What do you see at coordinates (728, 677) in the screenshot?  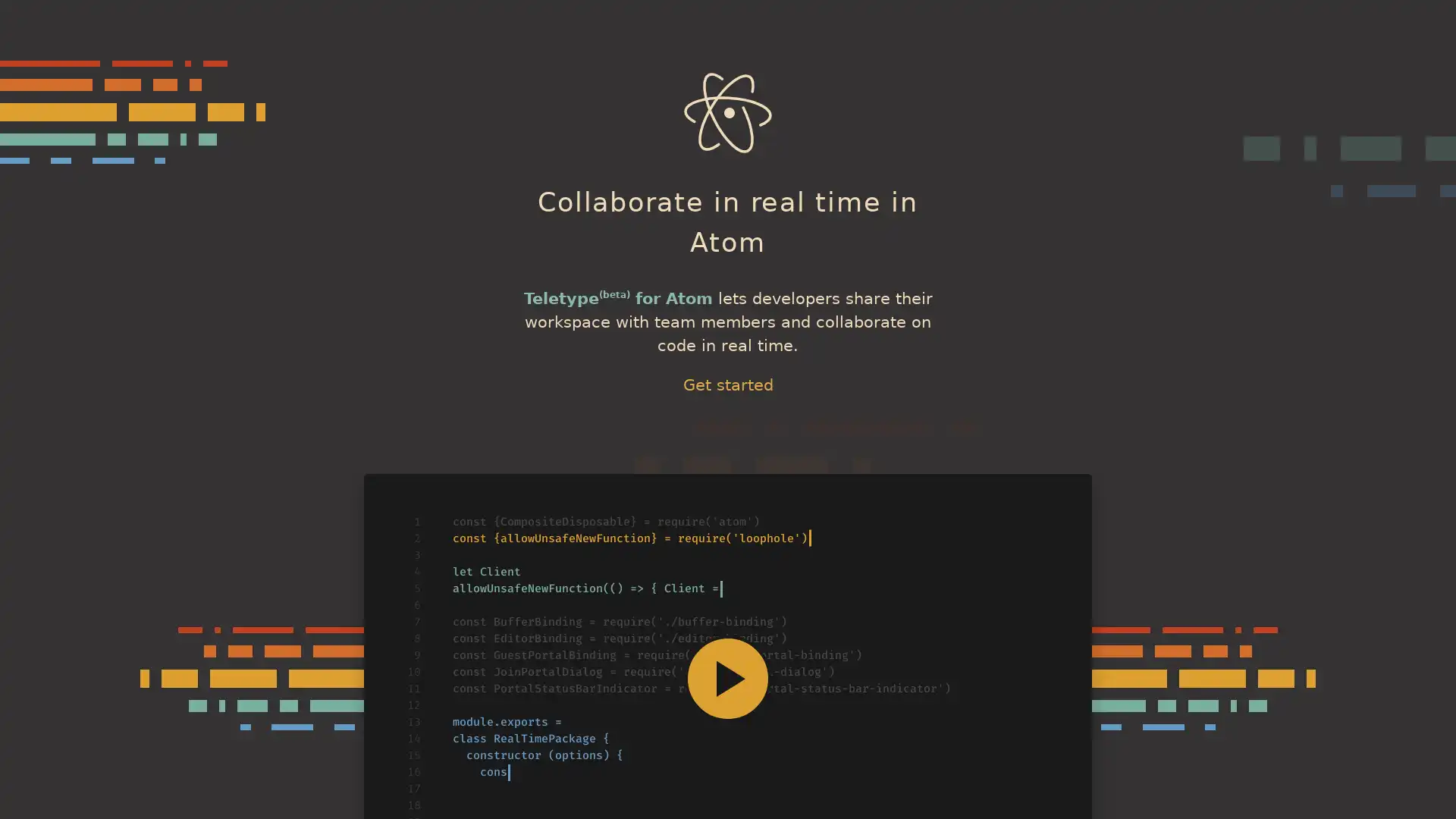 I see `Play video` at bounding box center [728, 677].